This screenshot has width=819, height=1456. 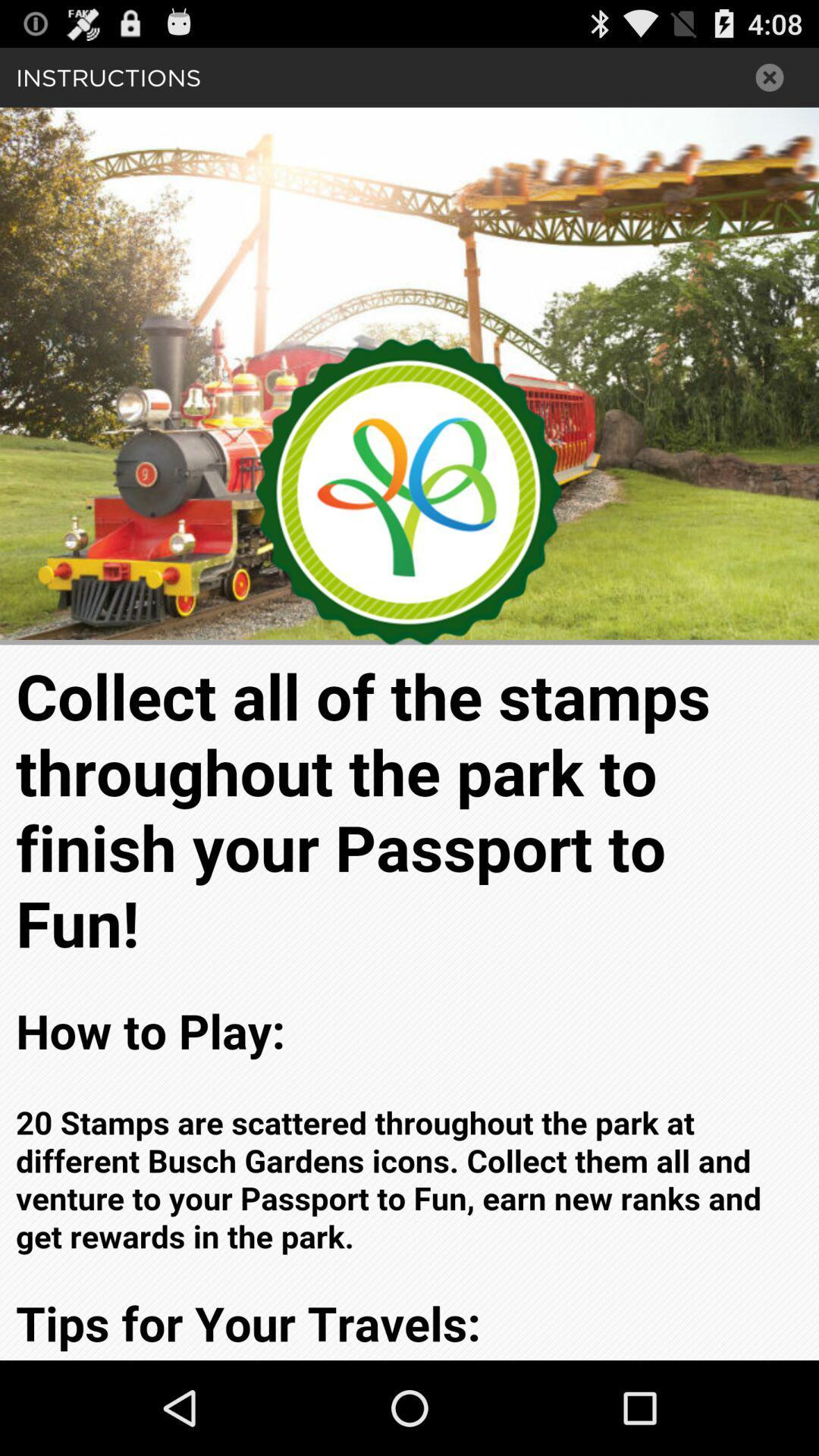 I want to click on page, so click(x=770, y=77).